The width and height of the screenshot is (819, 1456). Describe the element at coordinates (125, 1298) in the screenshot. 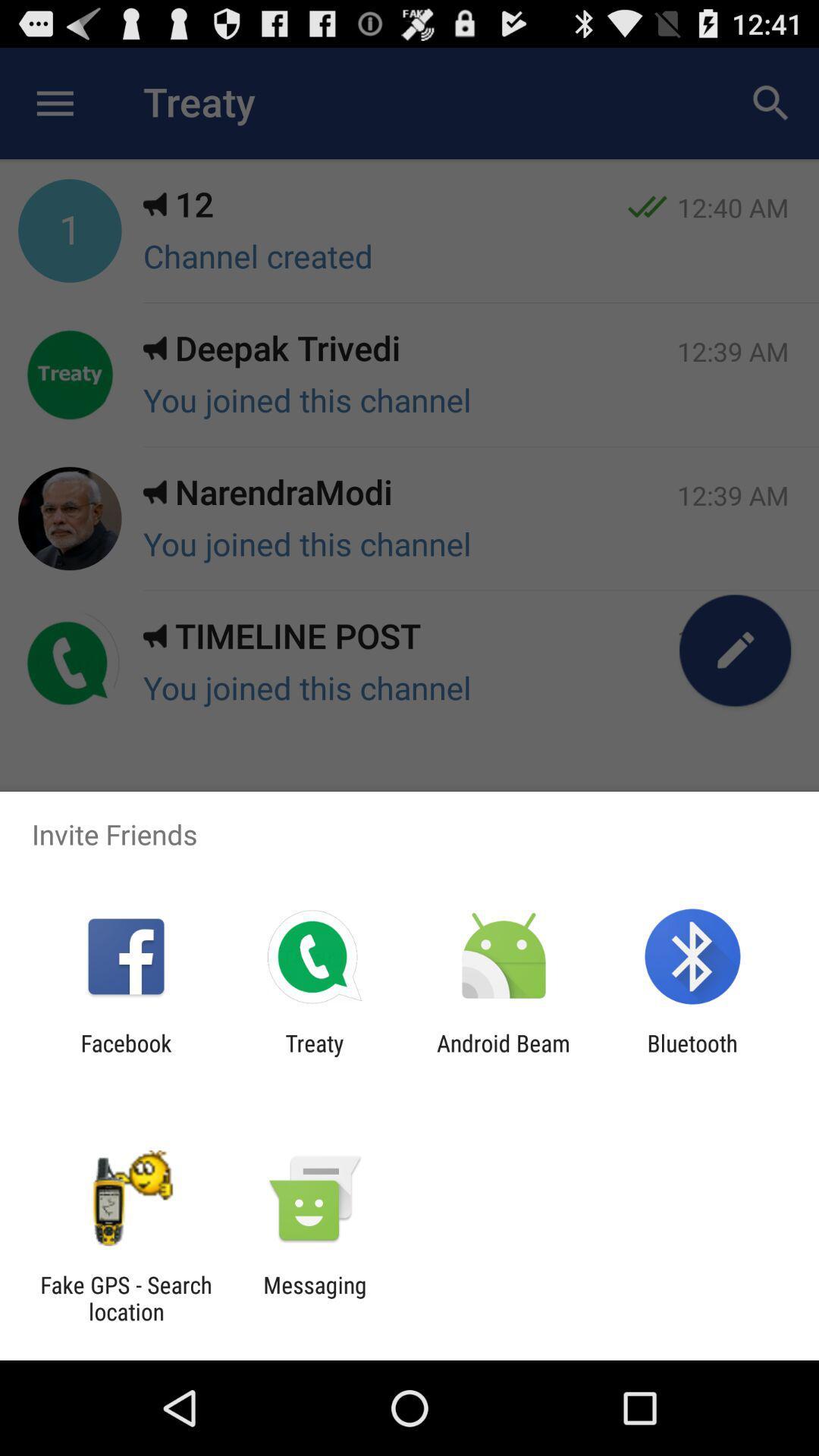

I see `the item to the left of the messaging app` at that location.